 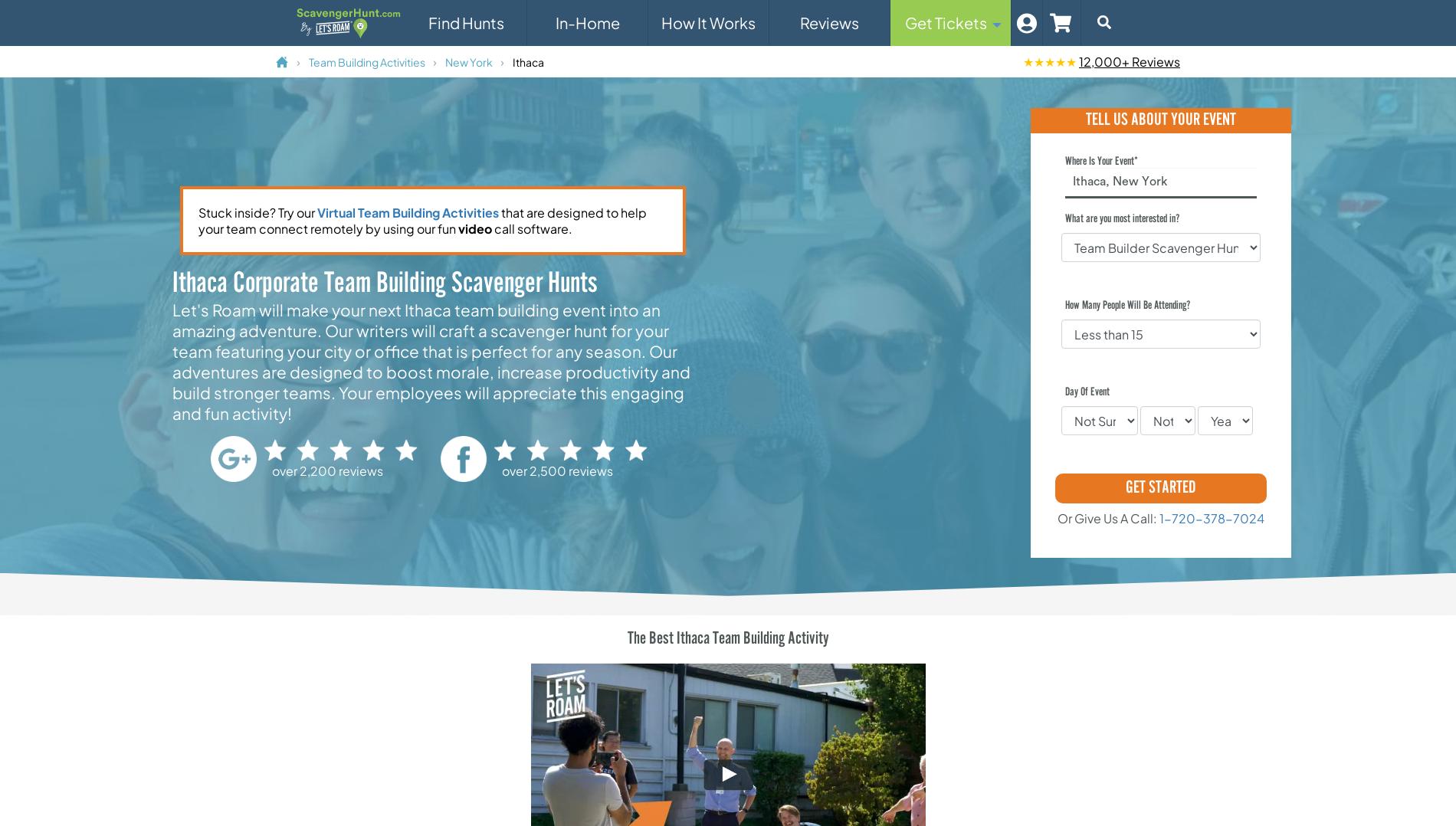 What do you see at coordinates (532, 228) in the screenshot?
I see `'call software.'` at bounding box center [532, 228].